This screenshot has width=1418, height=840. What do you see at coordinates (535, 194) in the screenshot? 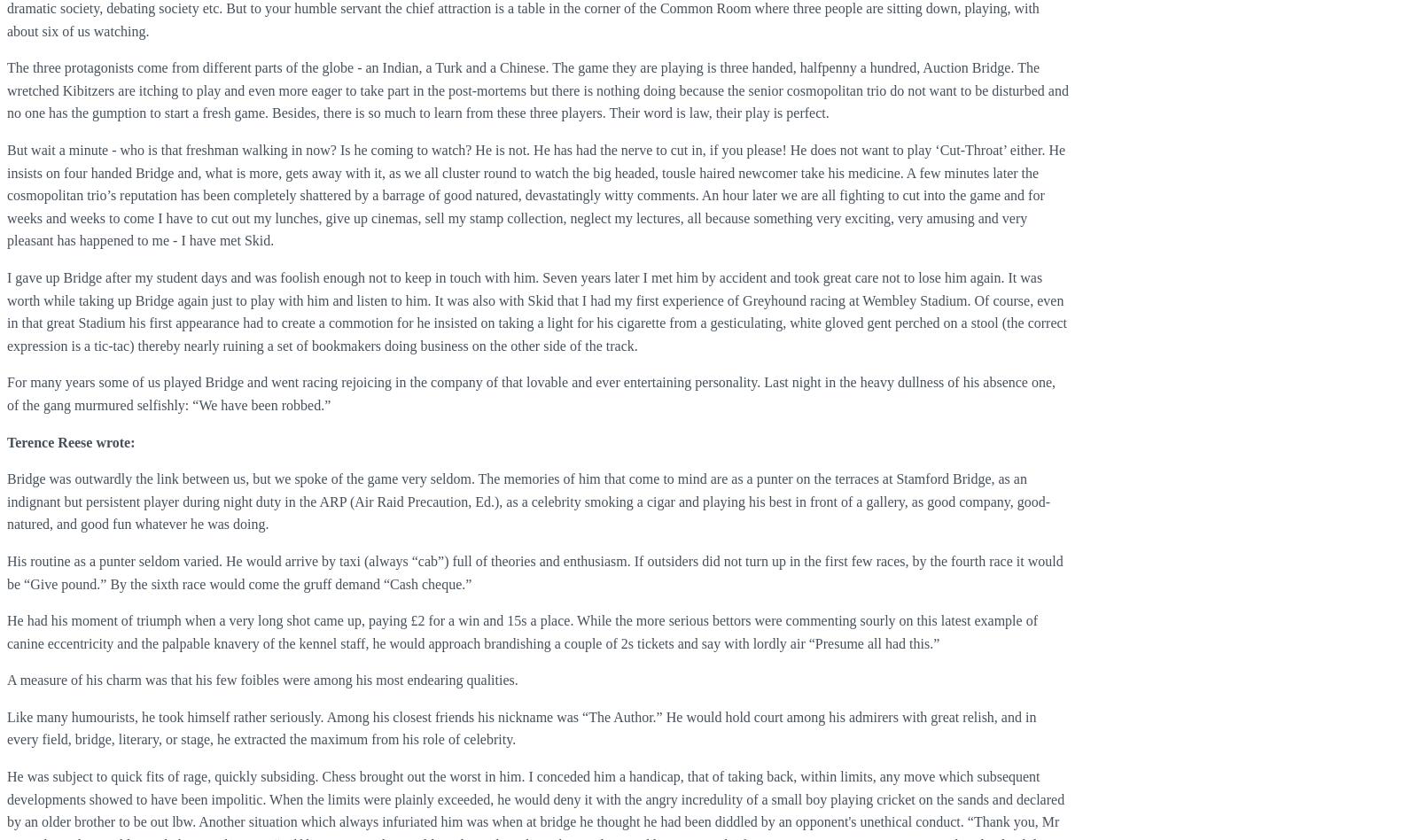
I see `'But wait a minute - who is that freshman walking in now?  Is he coming to watch?  He is not.  He has had the nerve to cut in, if you please!  He does not want to play ‘Cut-Throat’ either.  He insists on four handed Bridge and, what is more, gets away with it, as we all cluster round to watch the big headed, tousle haired newcomer take his medicine.  A few minutes later the cosmopolitan trio’s reputation has been completely shattered by a barrage of good natured, devastatingly witty comments.  An hour later we are all fighting to cut into the game and for weeks and weeks to come I have to cut out my lunches, give up cinemas, sell my stamp collection, neglect my lectures, all because something very exciting, very amusing and very pleasant has happened to me - I have met Skid.'` at bounding box center [535, 194].